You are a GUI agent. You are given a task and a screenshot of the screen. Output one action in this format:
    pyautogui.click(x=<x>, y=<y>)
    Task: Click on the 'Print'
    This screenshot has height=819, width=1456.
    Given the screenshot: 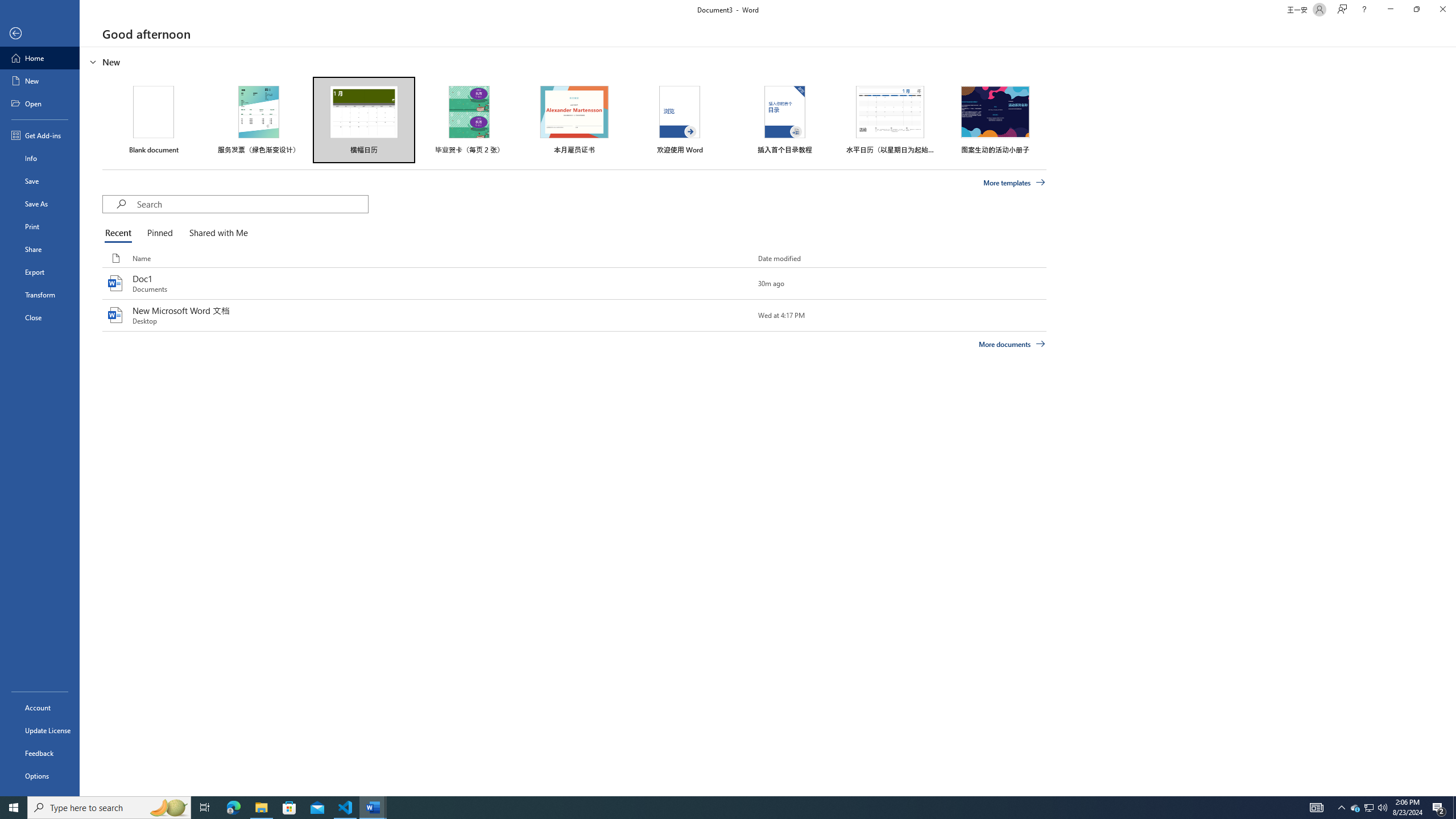 What is the action you would take?
    pyautogui.click(x=39, y=226)
    